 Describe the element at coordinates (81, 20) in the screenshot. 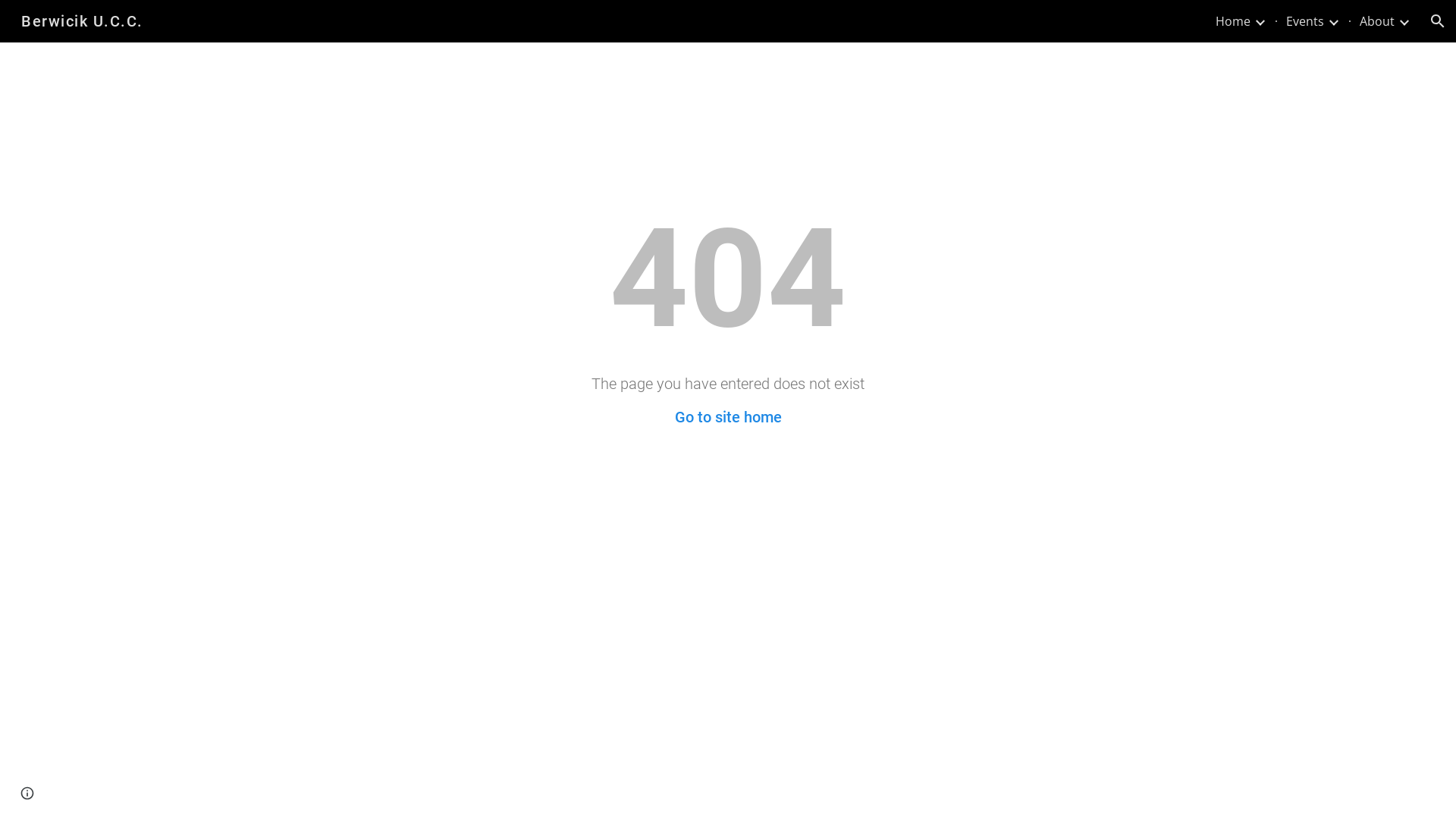

I see `'Berwicik U.C.C.'` at that location.